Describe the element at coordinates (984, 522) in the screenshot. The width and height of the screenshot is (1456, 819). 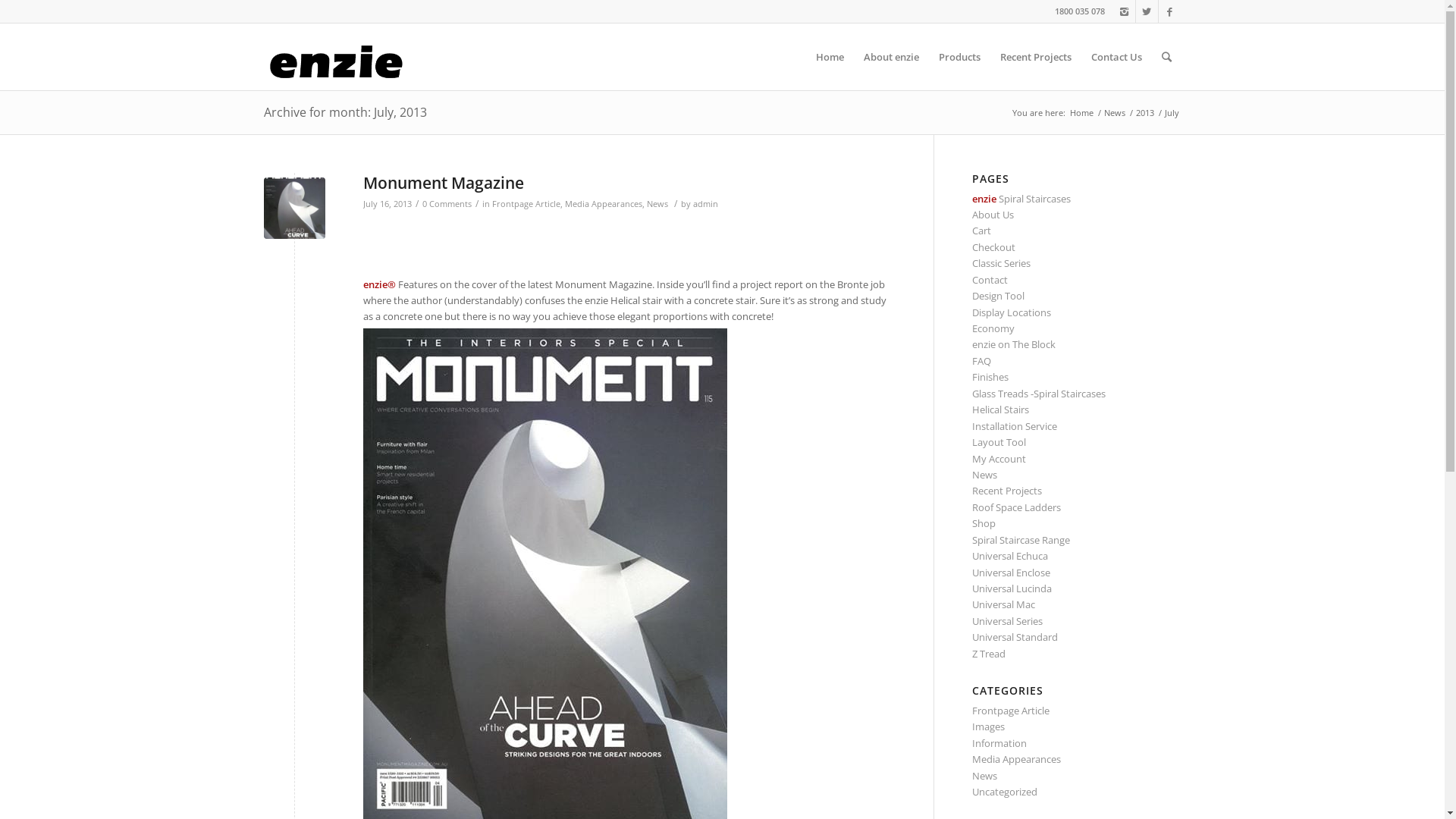
I see `'Shop'` at that location.